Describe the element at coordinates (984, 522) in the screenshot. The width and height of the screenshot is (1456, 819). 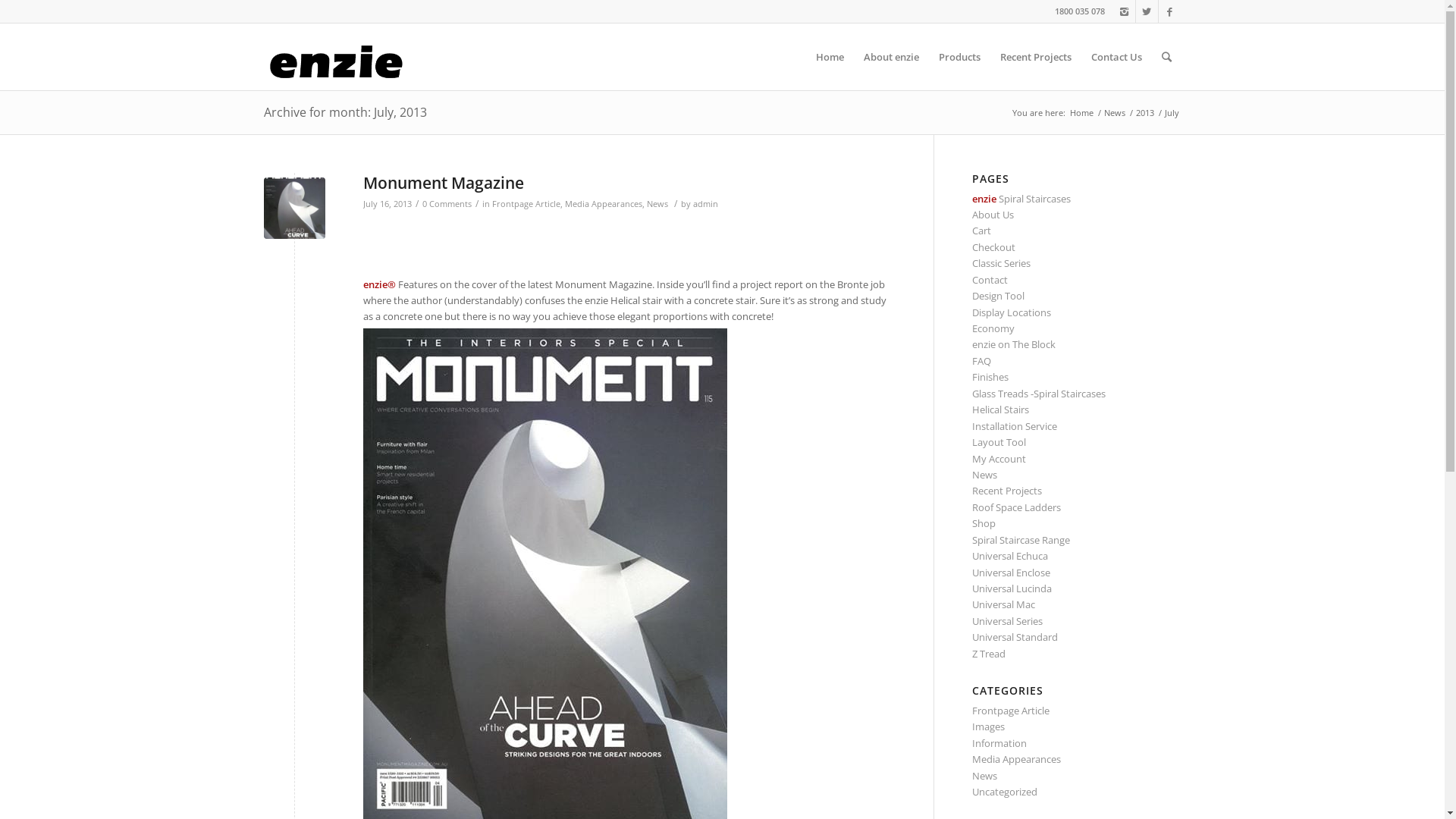
I see `'Shop'` at that location.